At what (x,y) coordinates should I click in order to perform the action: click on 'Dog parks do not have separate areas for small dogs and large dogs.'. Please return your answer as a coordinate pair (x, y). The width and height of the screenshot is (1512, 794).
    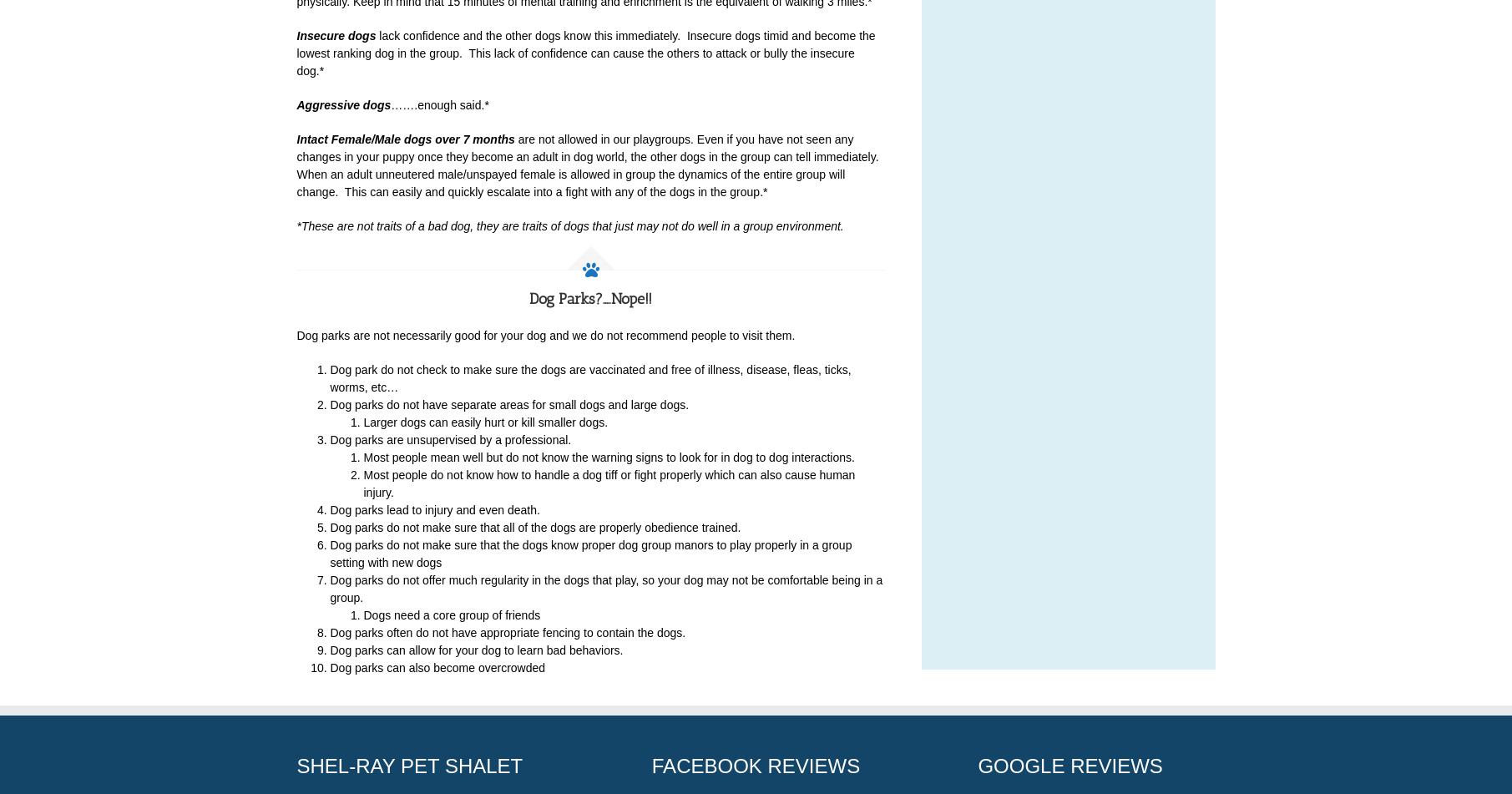
    Looking at the image, I should click on (508, 404).